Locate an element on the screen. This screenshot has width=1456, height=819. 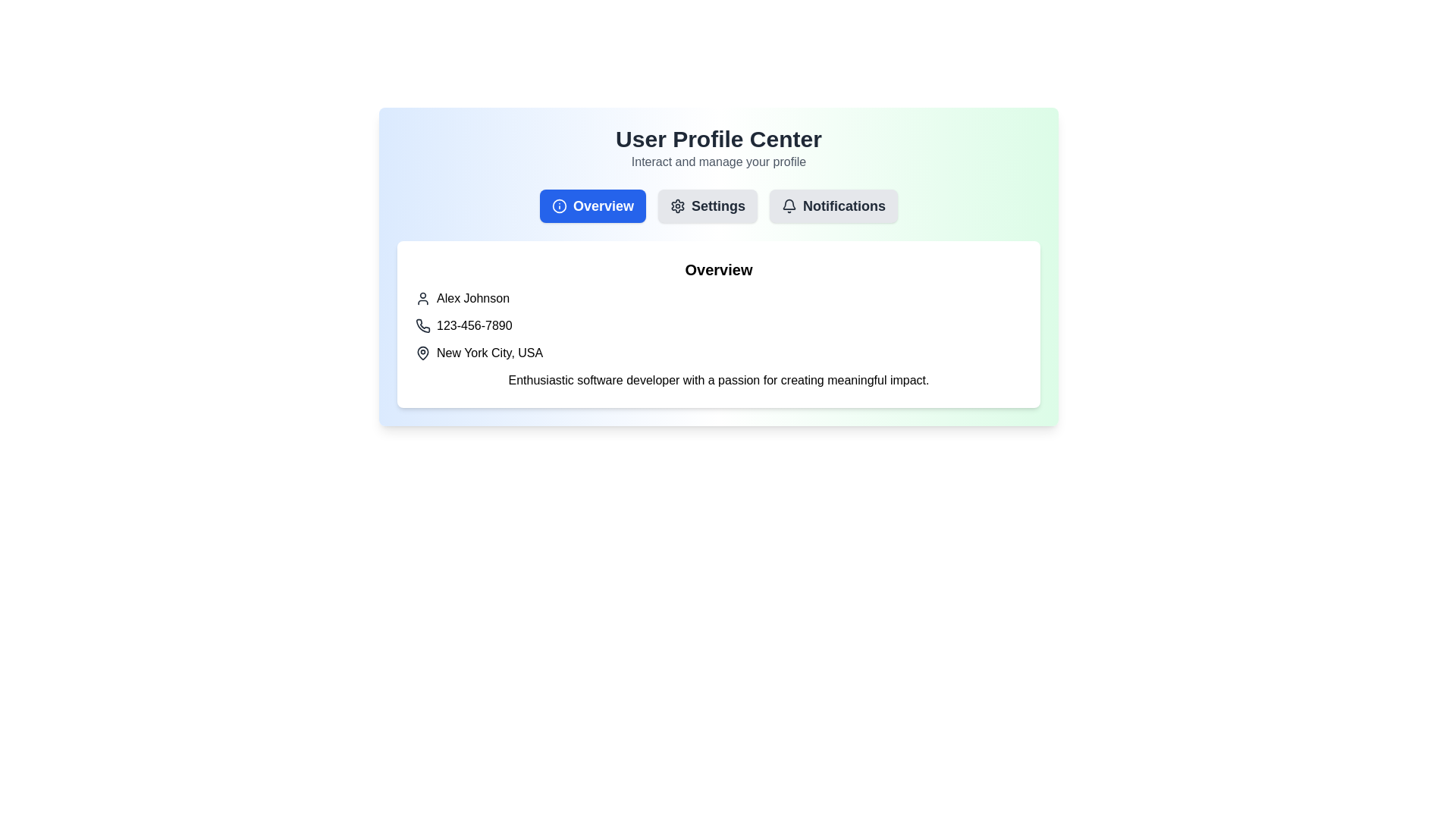
the circular information icon, which is styled with a white outline and a small 'i' in the center, located within the 'Overview' button to the left of the text label is located at coordinates (558, 206).